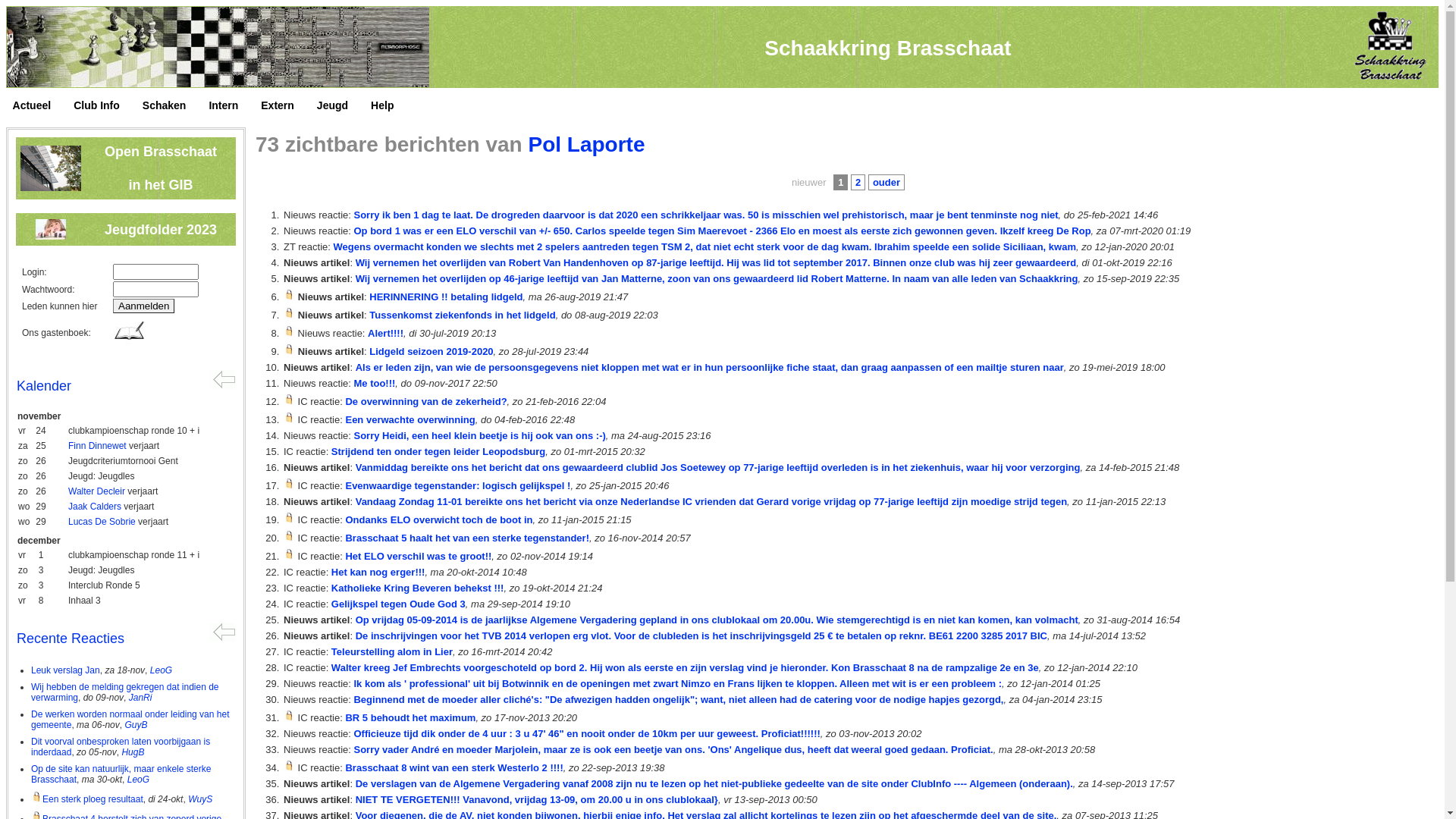 Image resolution: width=1456 pixels, height=819 pixels. What do you see at coordinates (887, 47) in the screenshot?
I see `'Schaakkring Brasschaat'` at bounding box center [887, 47].